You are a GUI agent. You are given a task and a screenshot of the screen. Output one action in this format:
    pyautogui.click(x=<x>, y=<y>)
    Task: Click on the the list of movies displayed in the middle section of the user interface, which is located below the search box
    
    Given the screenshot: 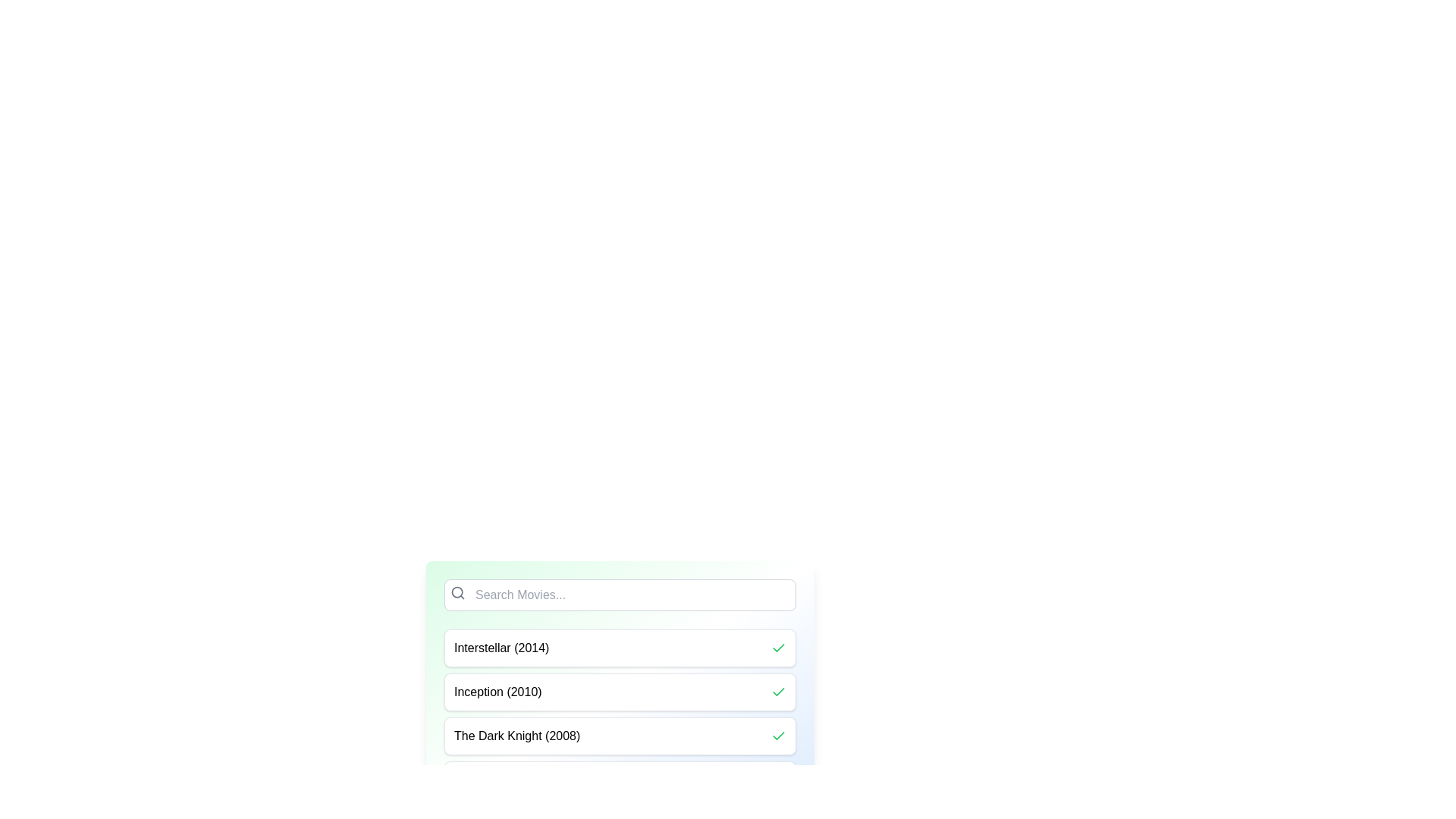 What is the action you would take?
    pyautogui.click(x=620, y=714)
    